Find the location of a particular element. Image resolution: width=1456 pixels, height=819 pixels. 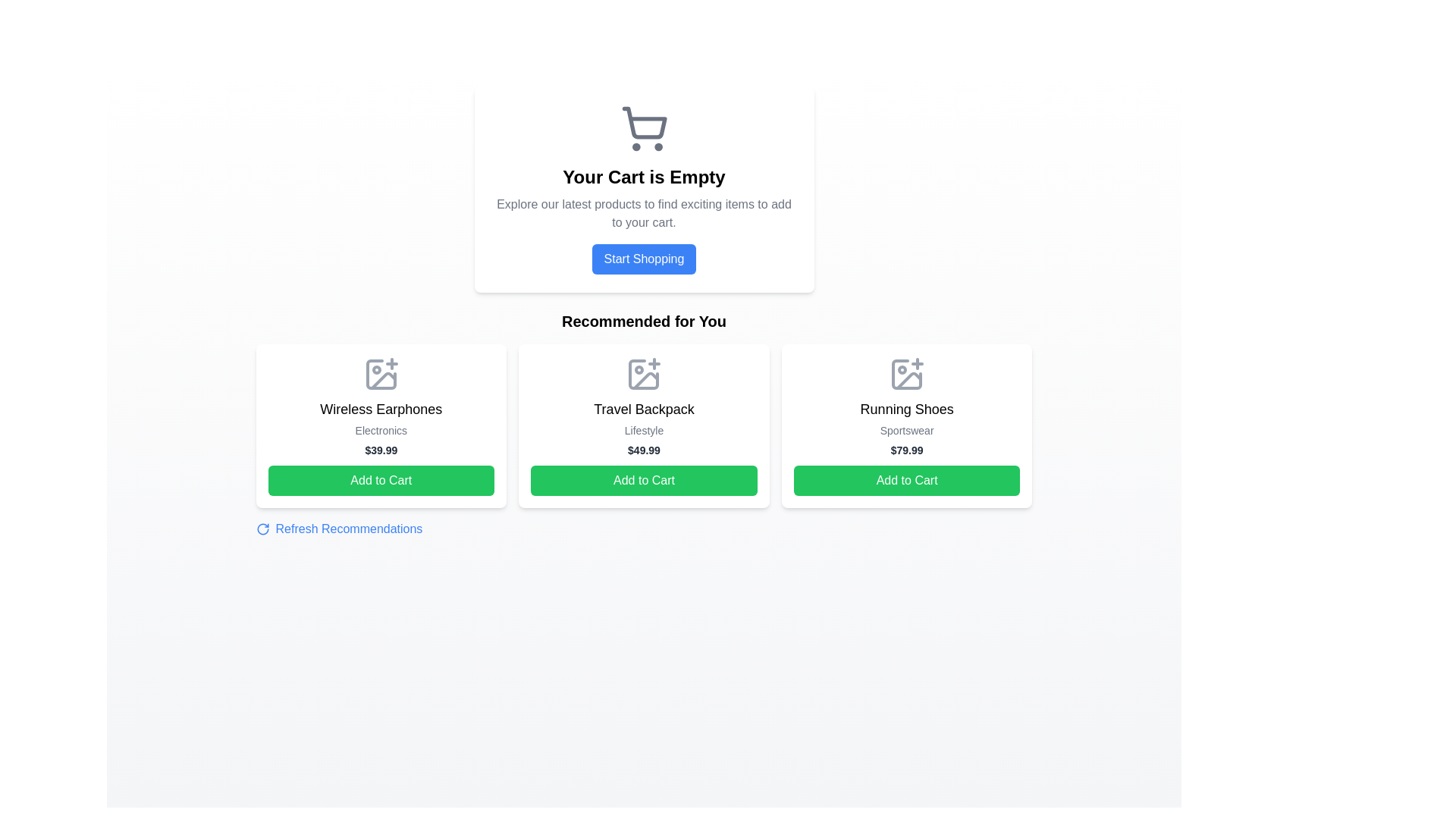

the 'Add to Cart' button with a vibrant green background located in the 'Recommended for You' section for the 'Travel Backpack' product to change its background color is located at coordinates (644, 480).